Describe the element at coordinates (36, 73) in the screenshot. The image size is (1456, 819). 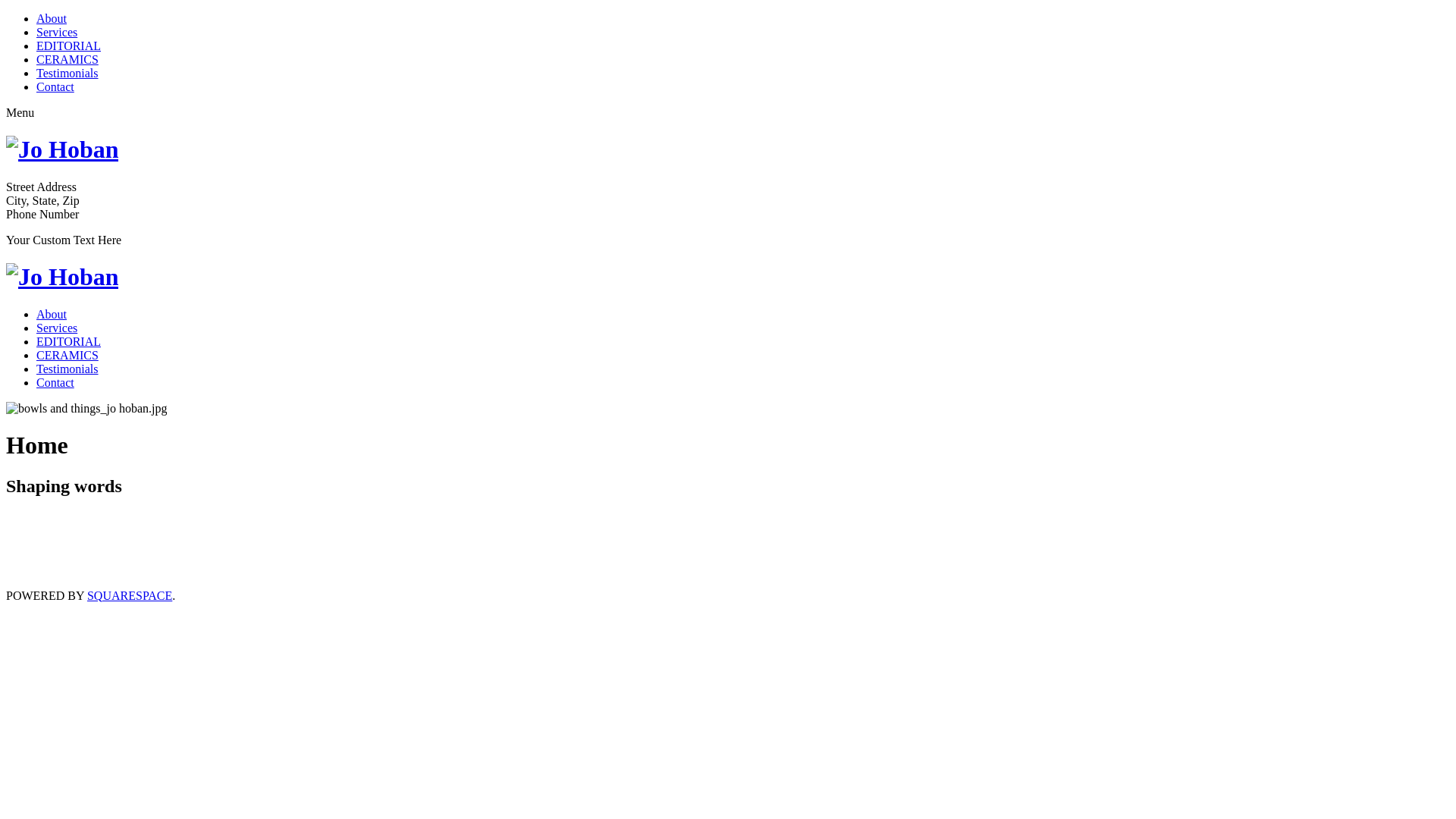
I see `'Testimonials'` at that location.